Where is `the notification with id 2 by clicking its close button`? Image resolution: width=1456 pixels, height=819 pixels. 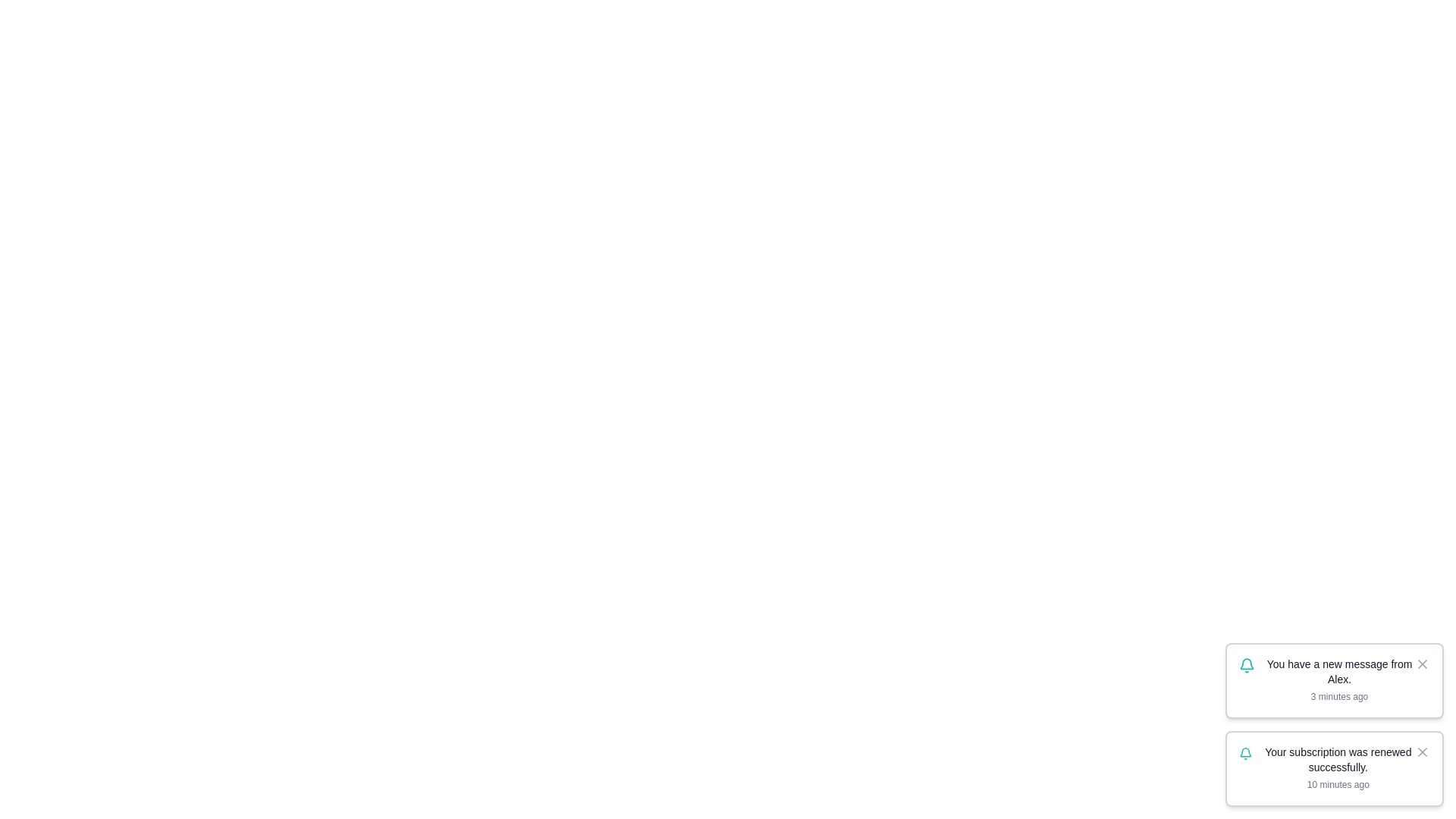 the notification with id 2 by clicking its close button is located at coordinates (1422, 752).